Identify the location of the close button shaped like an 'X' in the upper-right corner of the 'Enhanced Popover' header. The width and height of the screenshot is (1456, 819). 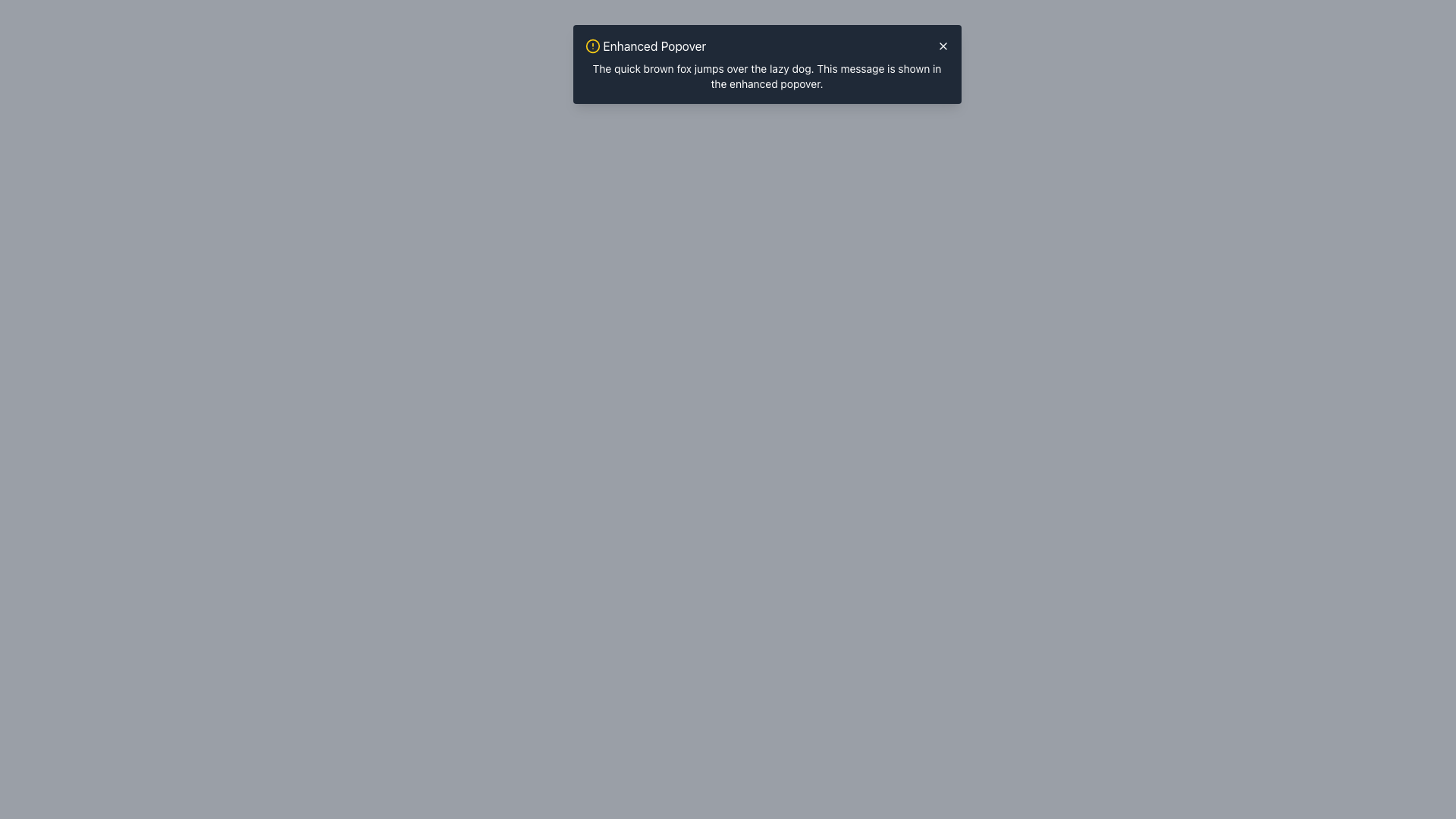
(942, 45).